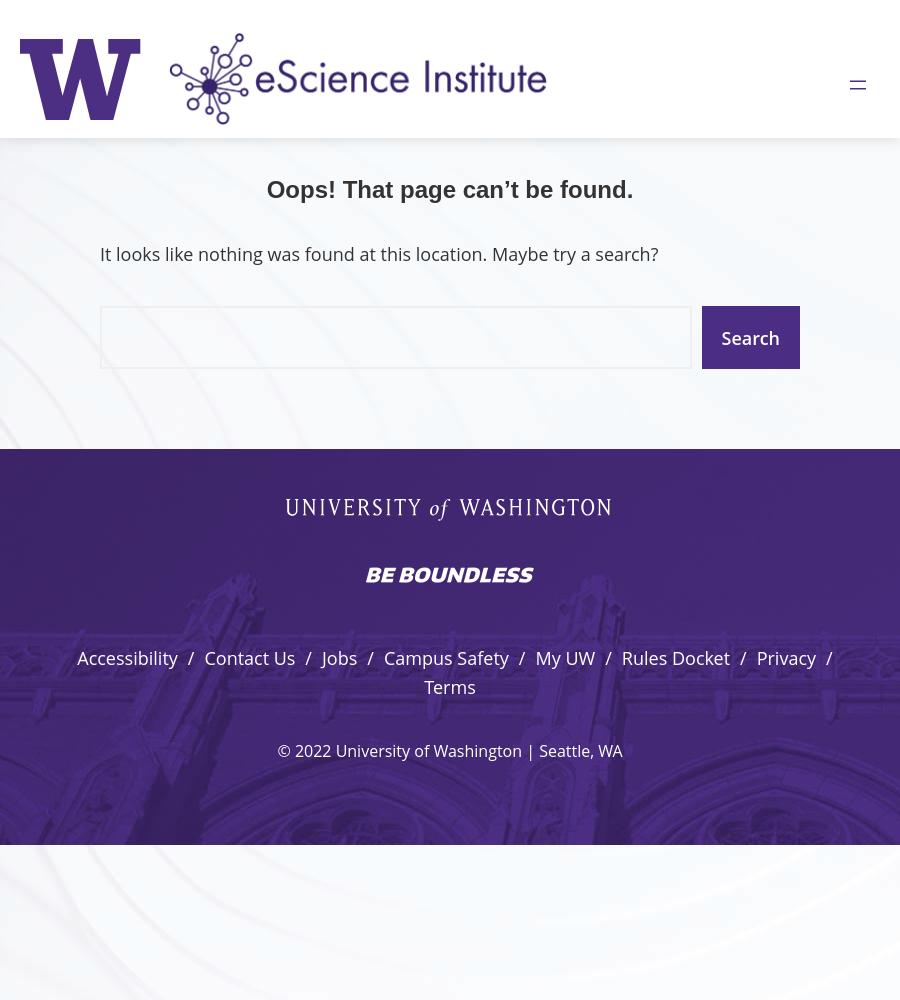 The image size is (900, 1000). What do you see at coordinates (749, 336) in the screenshot?
I see `'Search'` at bounding box center [749, 336].